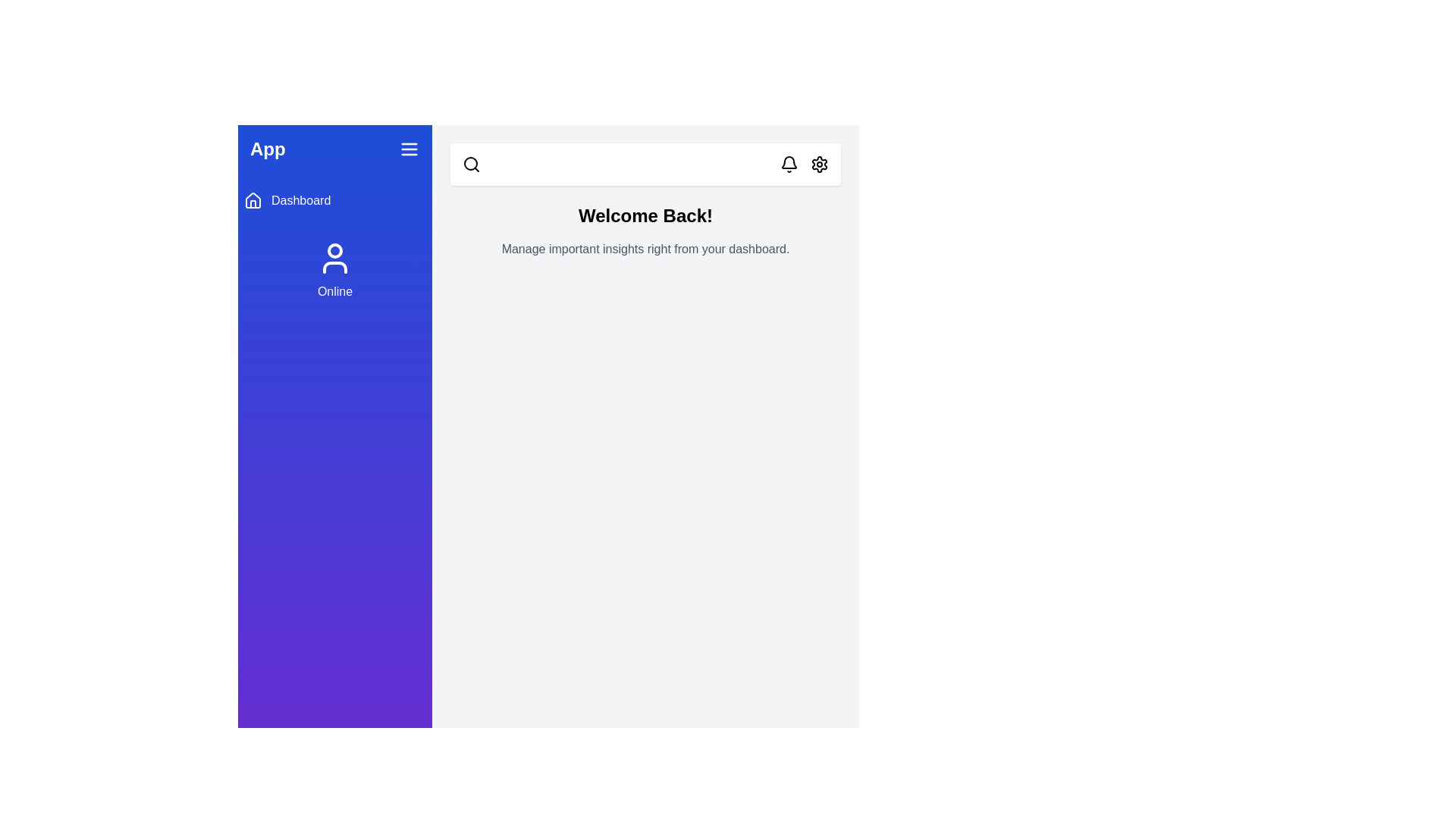 This screenshot has width=1456, height=819. Describe the element at coordinates (334, 200) in the screenshot. I see `the 'Dashboard' menu item in the sidebar` at that location.